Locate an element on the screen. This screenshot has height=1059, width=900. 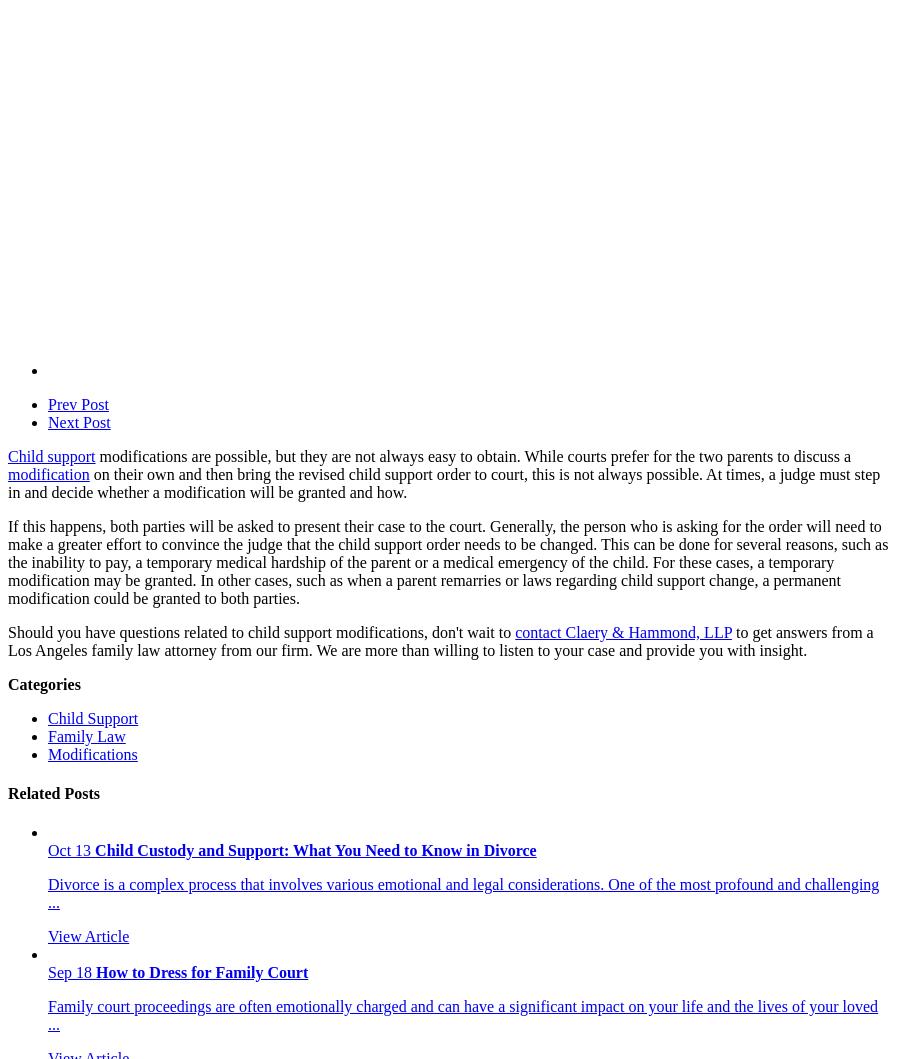
'modifications are possible, but they are not always easy to obtain. While
	 courts prefer for the two parents to discuss a' is located at coordinates (472, 455).